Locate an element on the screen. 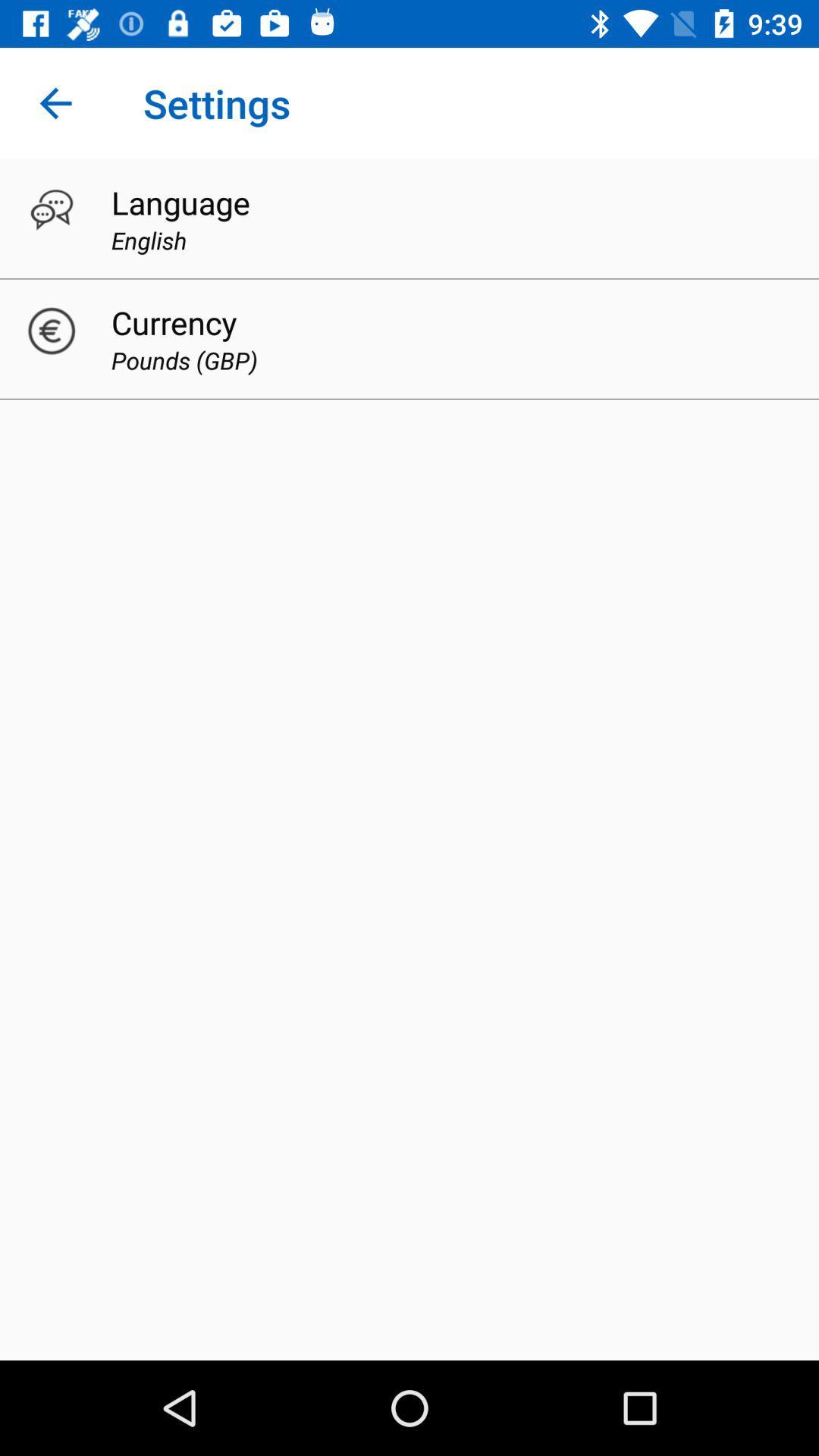 This screenshot has height=1456, width=819. the icon below the language is located at coordinates (149, 239).